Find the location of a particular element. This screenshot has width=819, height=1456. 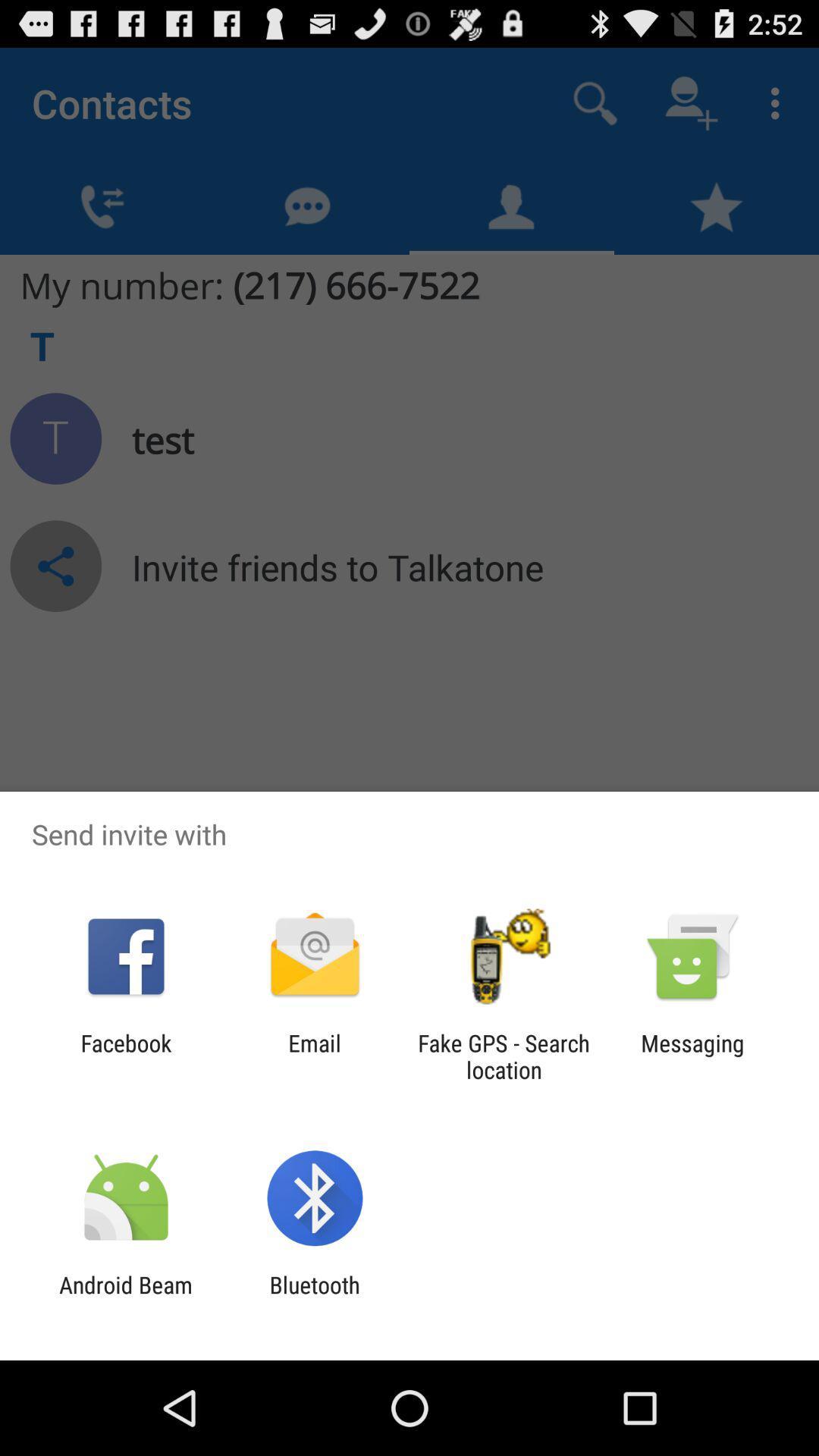

the messaging is located at coordinates (692, 1056).